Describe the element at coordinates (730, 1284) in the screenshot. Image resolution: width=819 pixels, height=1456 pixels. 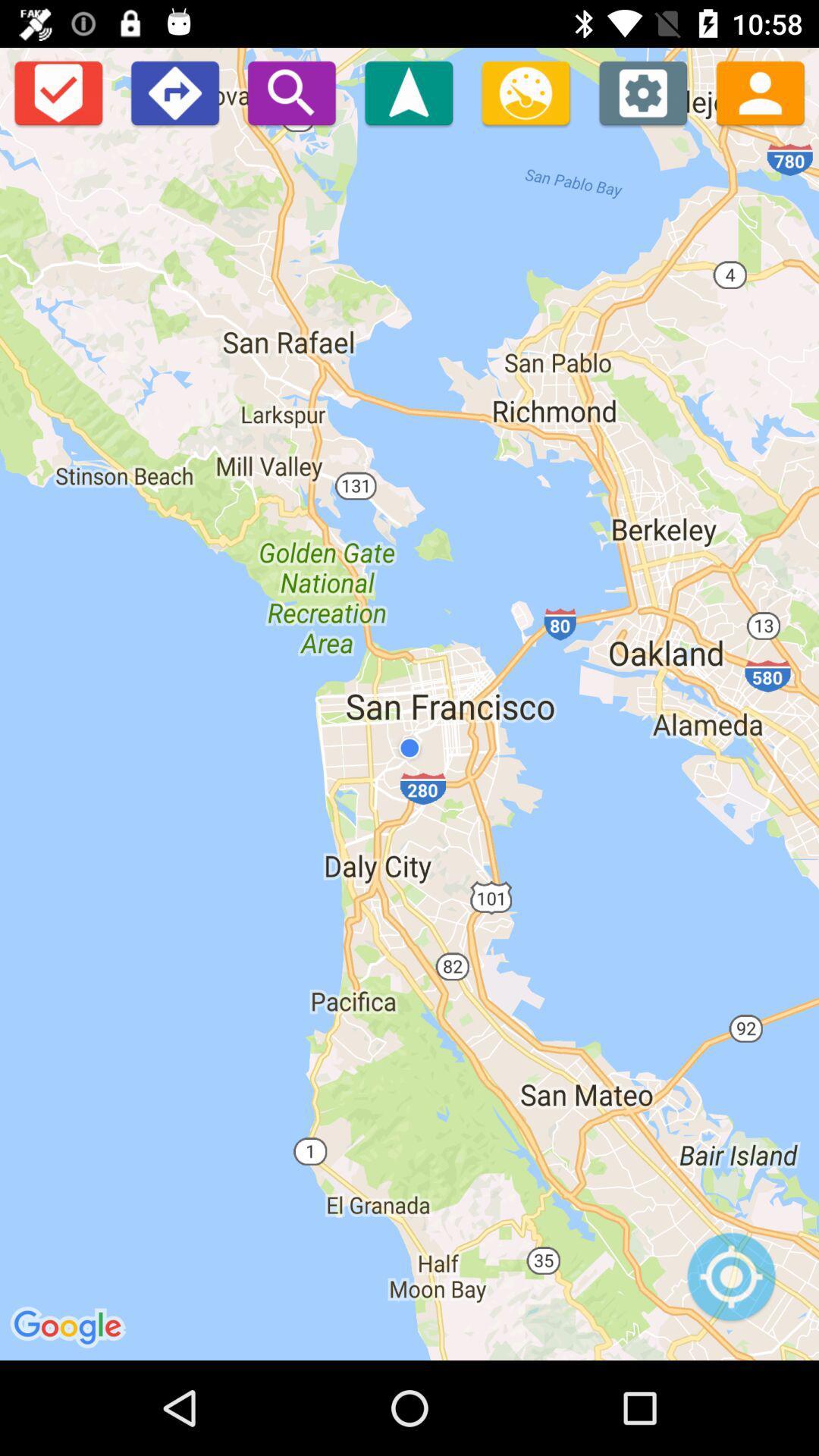
I see `the item at the bottom right corner` at that location.